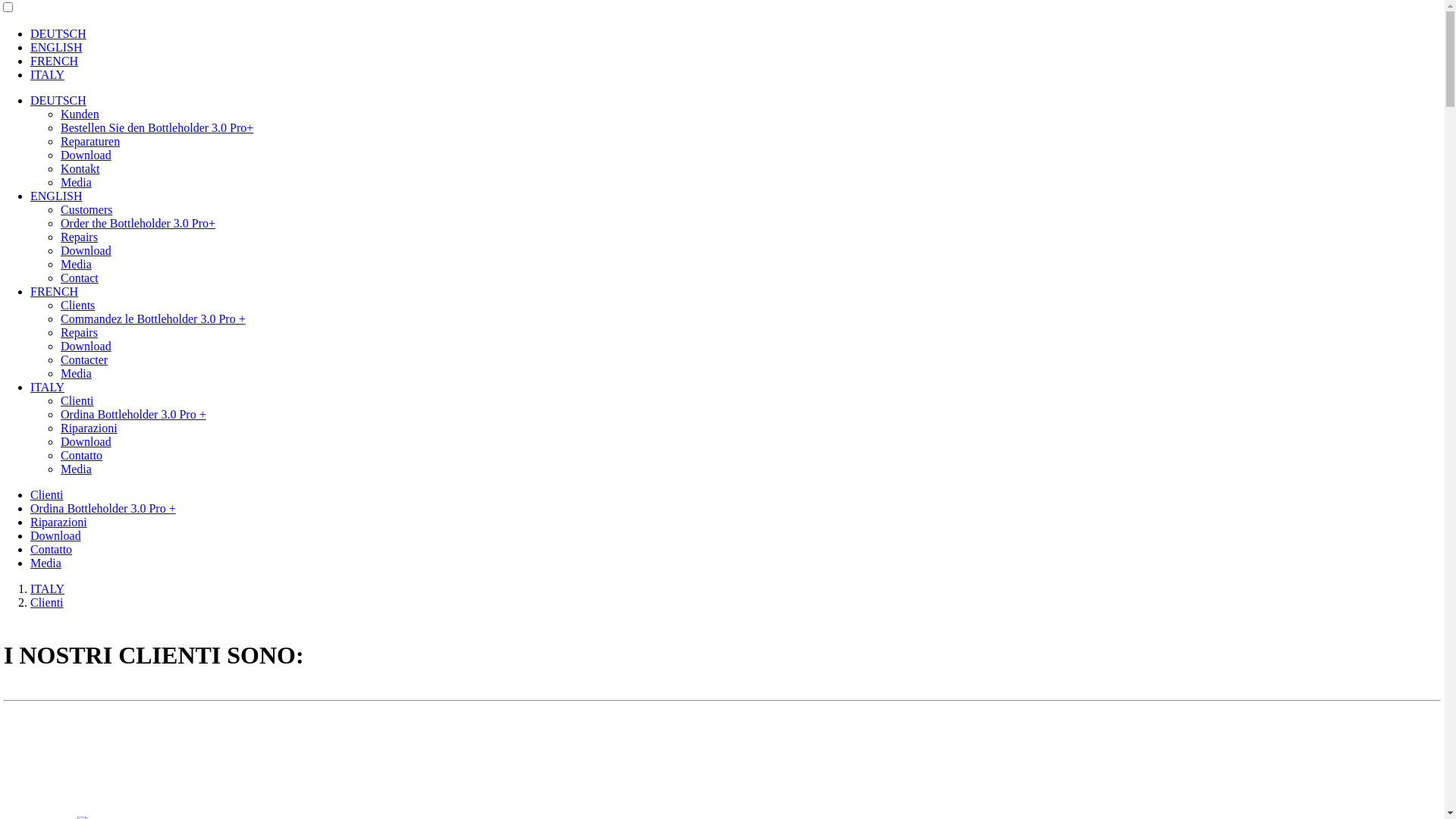  What do you see at coordinates (85, 155) in the screenshot?
I see `'Download'` at bounding box center [85, 155].